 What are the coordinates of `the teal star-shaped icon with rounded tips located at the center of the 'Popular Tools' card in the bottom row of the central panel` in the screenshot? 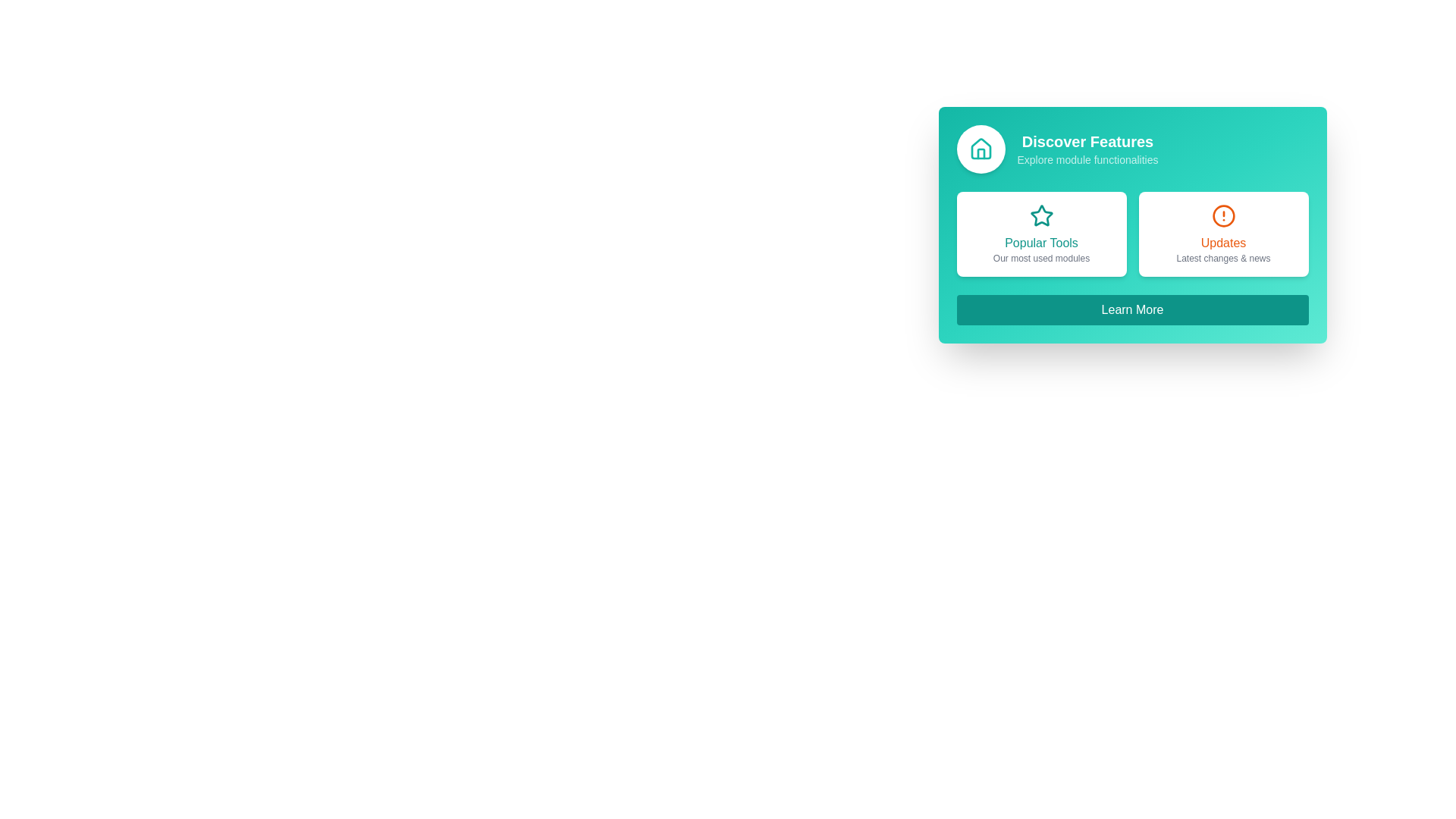 It's located at (1040, 215).